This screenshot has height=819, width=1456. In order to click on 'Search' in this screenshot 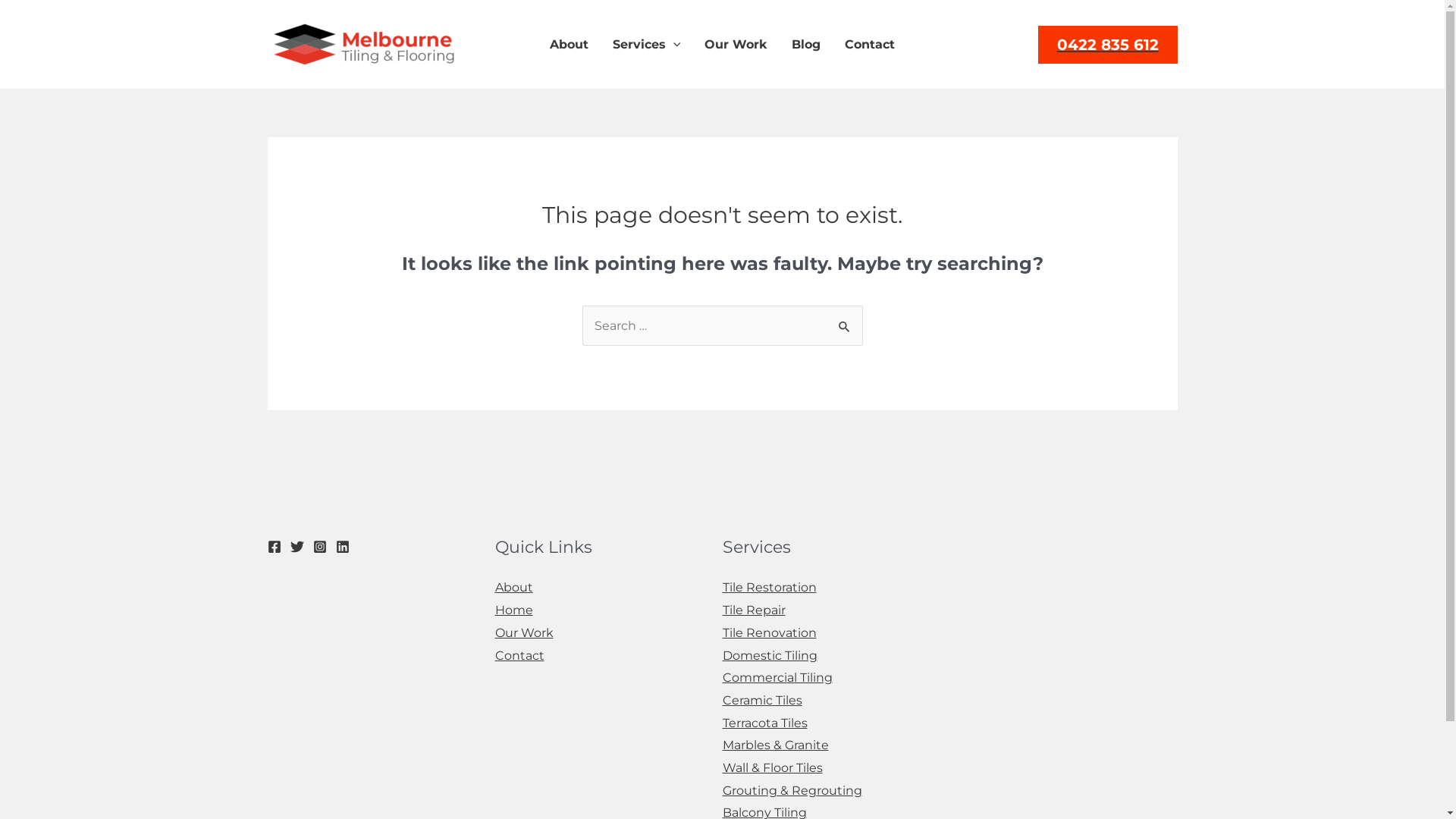, I will do `click(844, 321)`.